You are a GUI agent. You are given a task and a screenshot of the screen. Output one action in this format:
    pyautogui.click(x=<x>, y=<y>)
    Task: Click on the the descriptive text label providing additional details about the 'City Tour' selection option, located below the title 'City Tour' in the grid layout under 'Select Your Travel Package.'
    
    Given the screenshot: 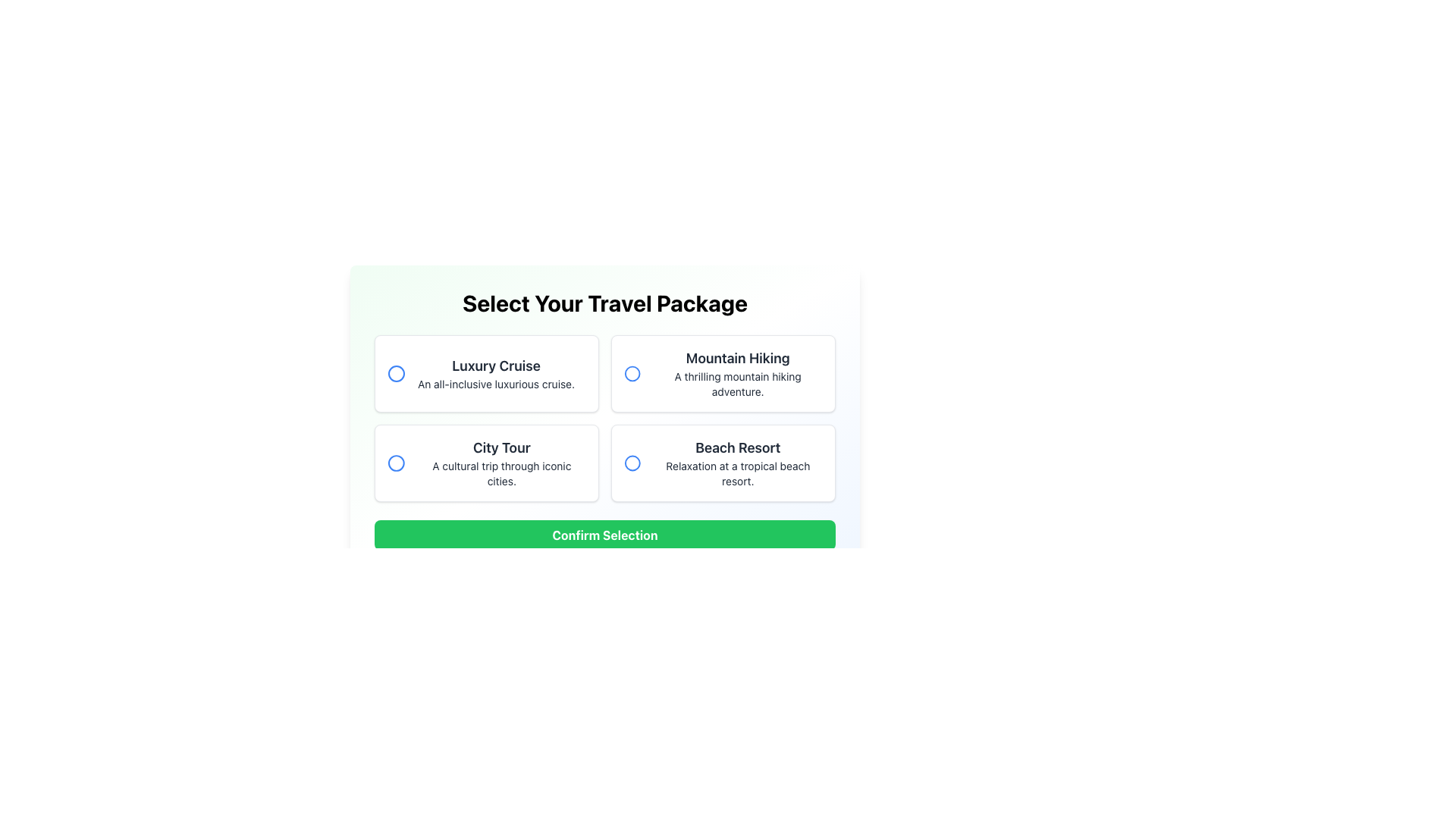 What is the action you would take?
    pyautogui.click(x=501, y=472)
    